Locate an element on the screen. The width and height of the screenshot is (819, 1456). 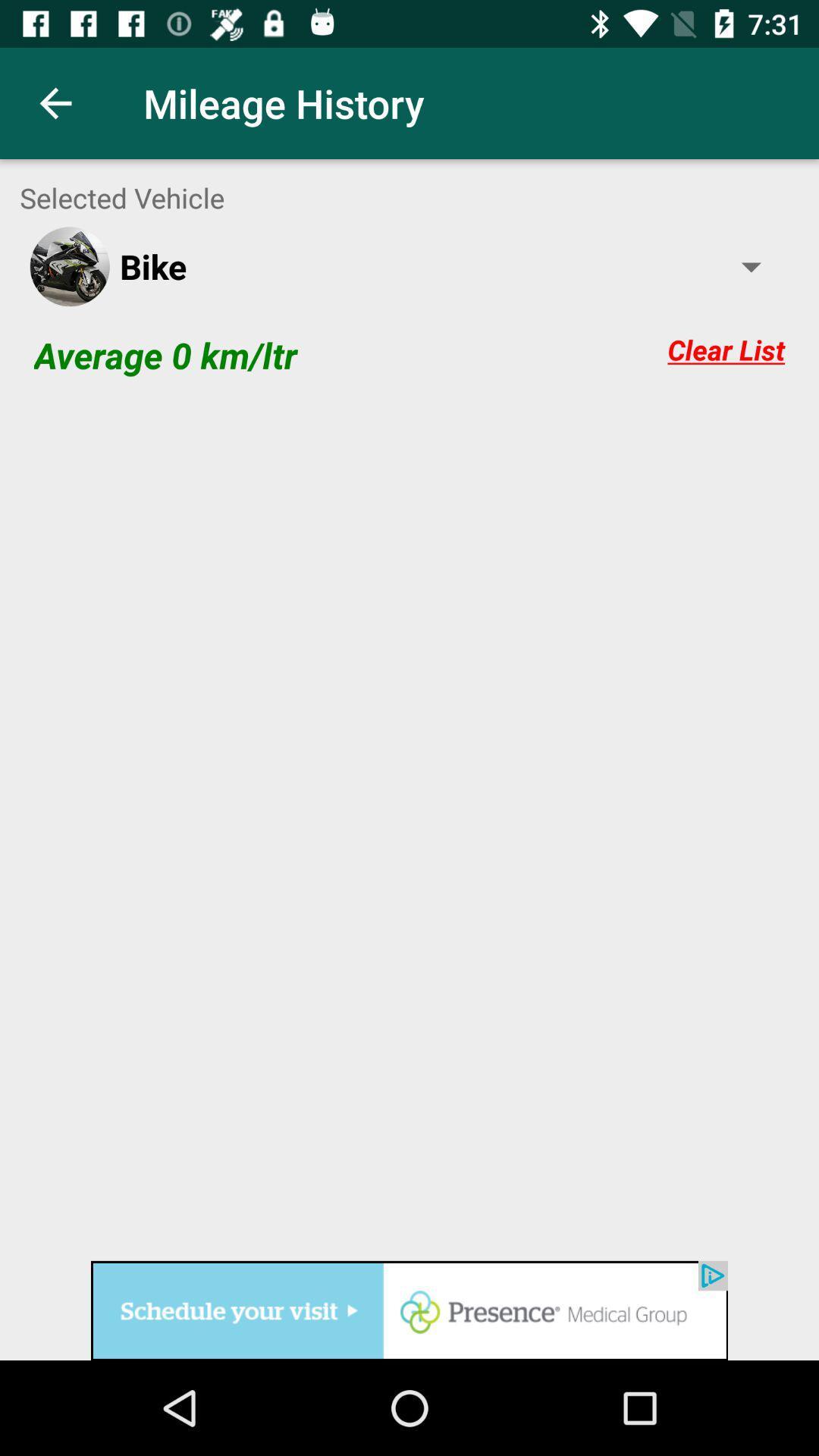
blank space is located at coordinates (409, 826).